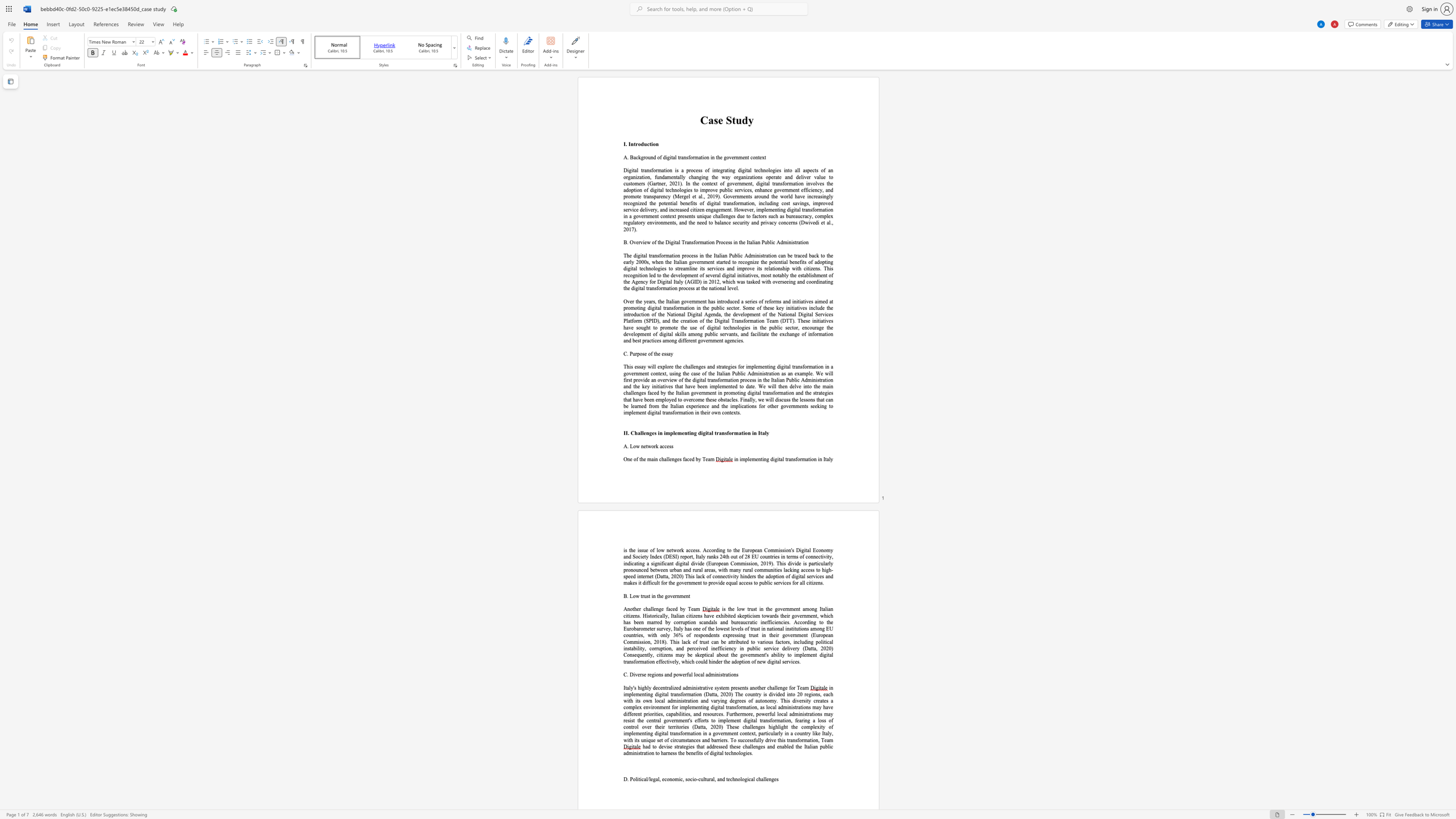  I want to click on the subset text "y, complex regulatory e" within the text "sformation, including cost savings, improved service delivery, and increased citizen engagement. However, implementing digital transformation in a government context presents unique challenges due to factors such as bureaucracy, complex regulatory environments, and the need to balance security and privacy concerns (Dwivedi et al., 2017).", so click(809, 215).